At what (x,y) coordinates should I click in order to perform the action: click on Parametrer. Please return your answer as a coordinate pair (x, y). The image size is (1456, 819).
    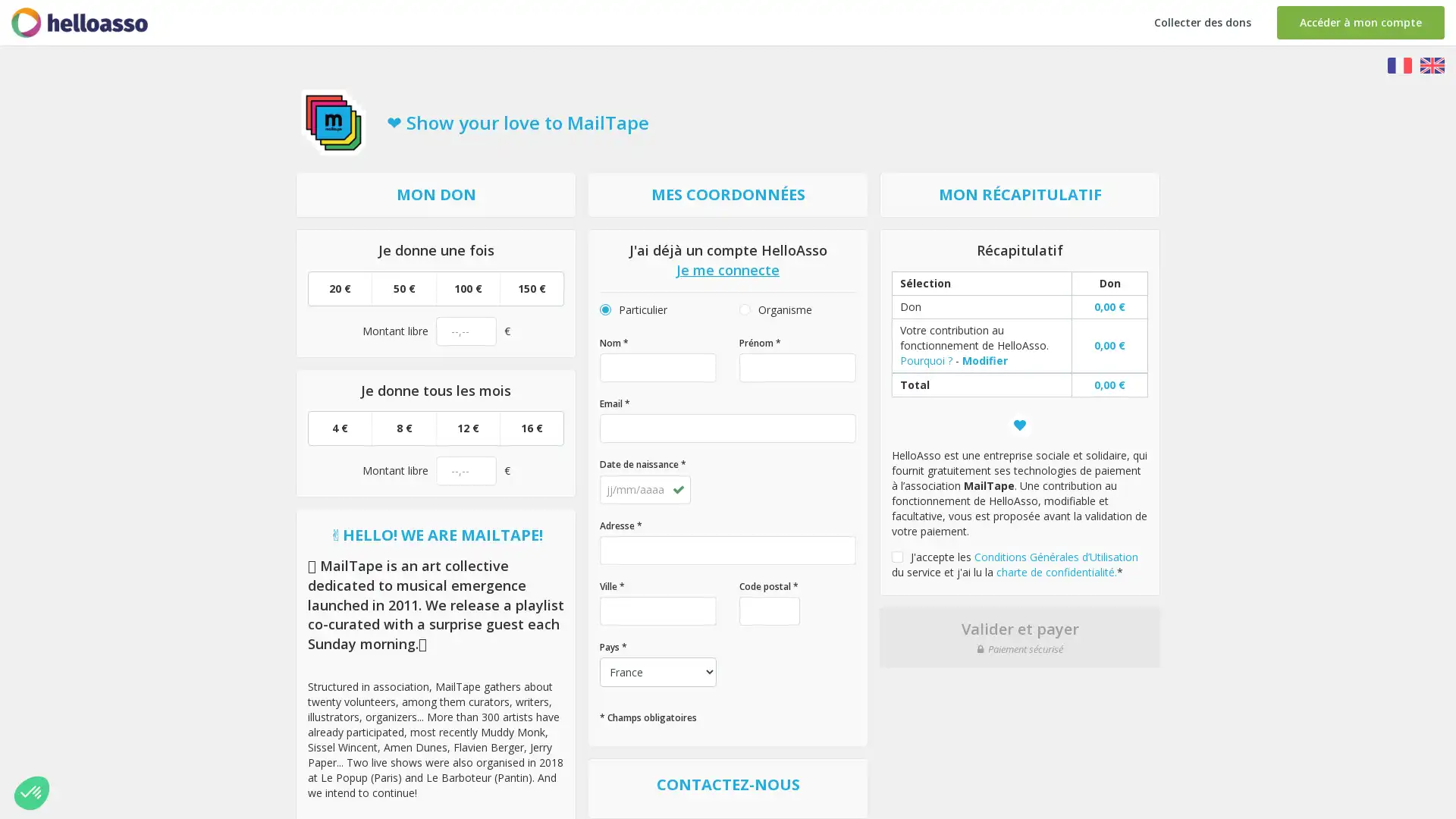
    Looking at the image, I should click on (174, 742).